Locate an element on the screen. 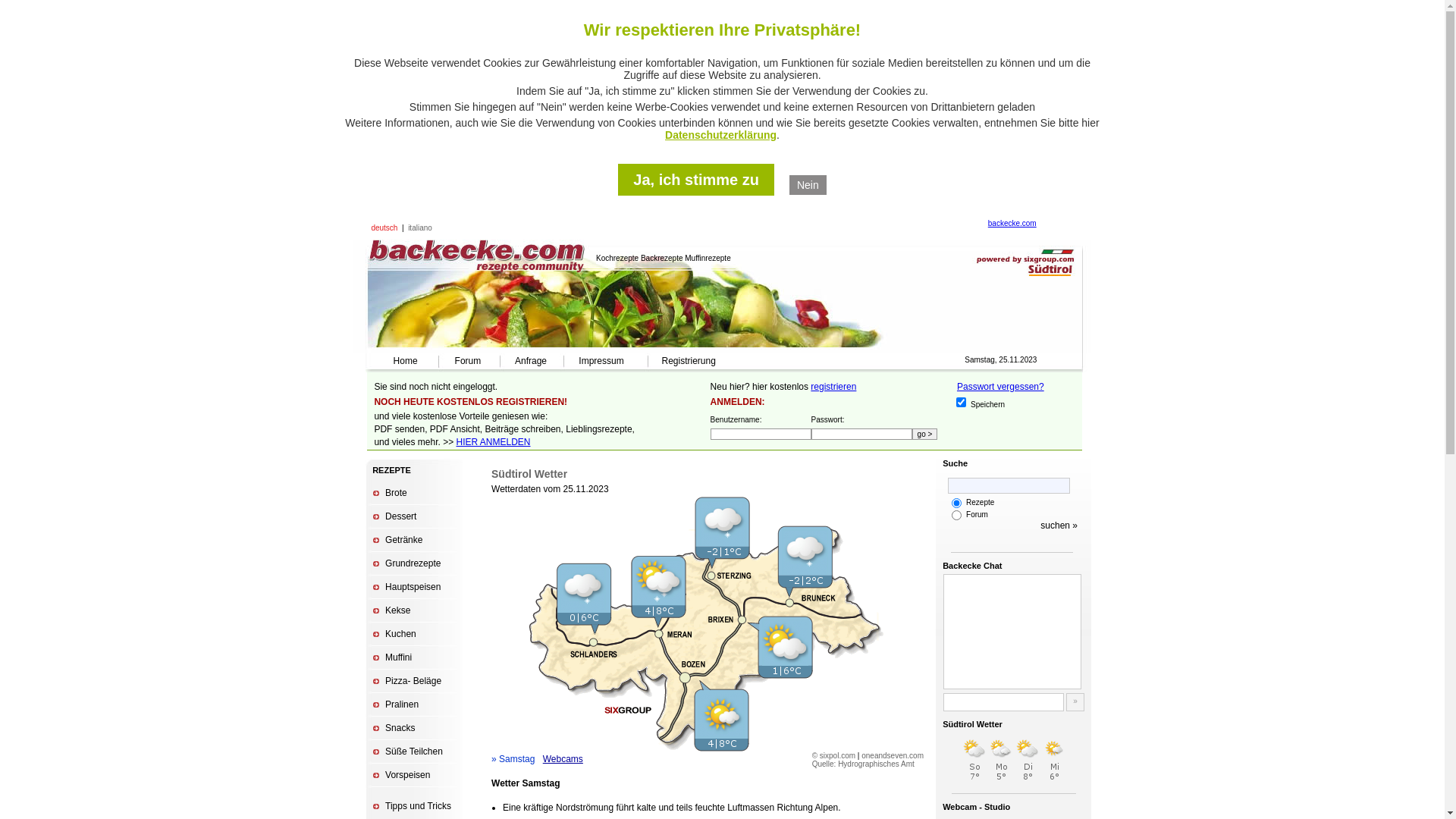 The image size is (1456, 819). 'Kekse' is located at coordinates (397, 610).